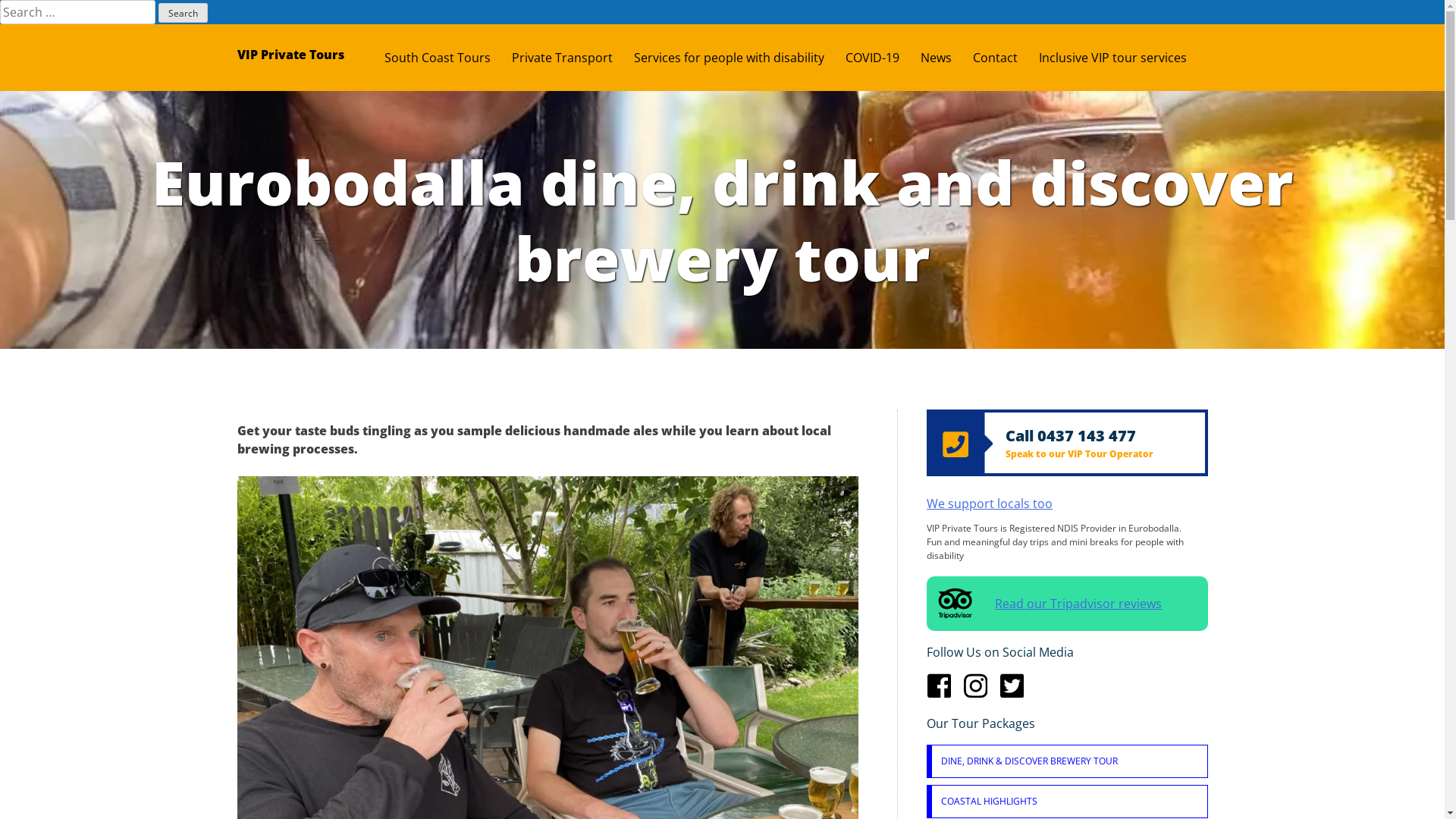  I want to click on 'Private Transport', so click(571, 57).